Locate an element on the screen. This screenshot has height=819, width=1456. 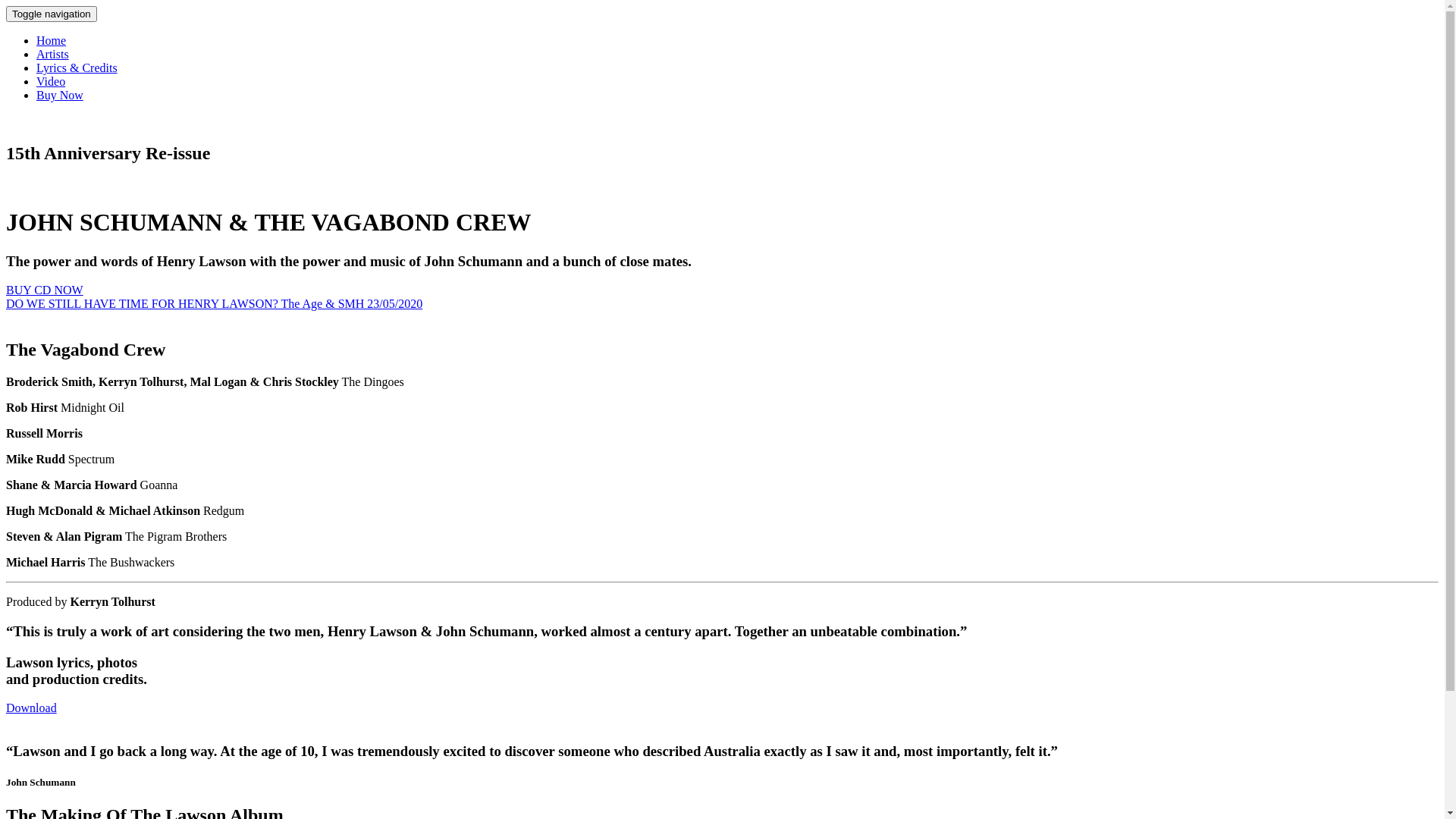
'Download' is located at coordinates (31, 708).